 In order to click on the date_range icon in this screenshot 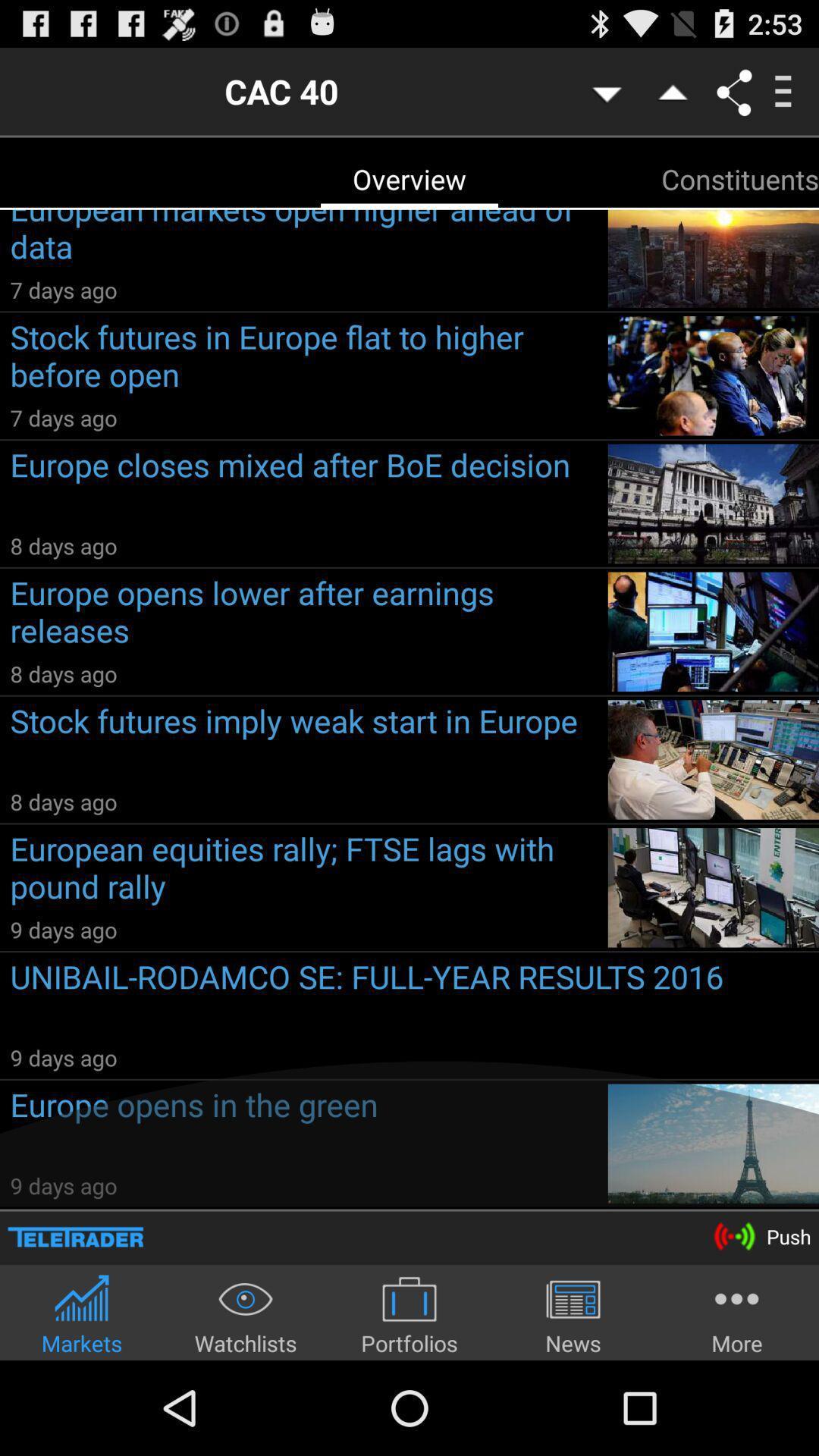, I will do `click(75, 1323)`.